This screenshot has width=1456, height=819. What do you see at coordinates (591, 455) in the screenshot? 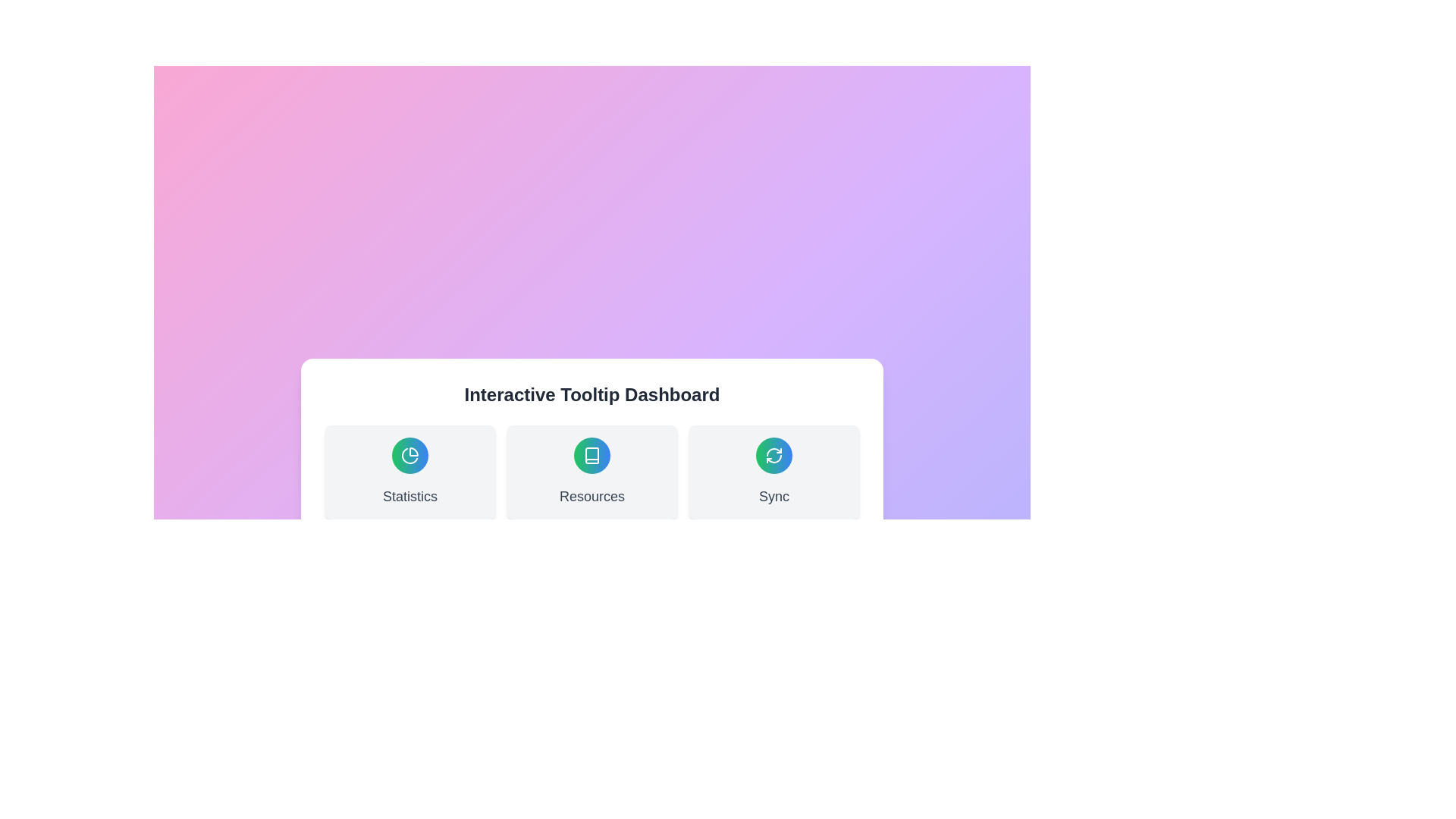
I see `the 'Resources' icon located centrally in the middle card of the 'Interactive Tooltip Dashboard'` at bounding box center [591, 455].